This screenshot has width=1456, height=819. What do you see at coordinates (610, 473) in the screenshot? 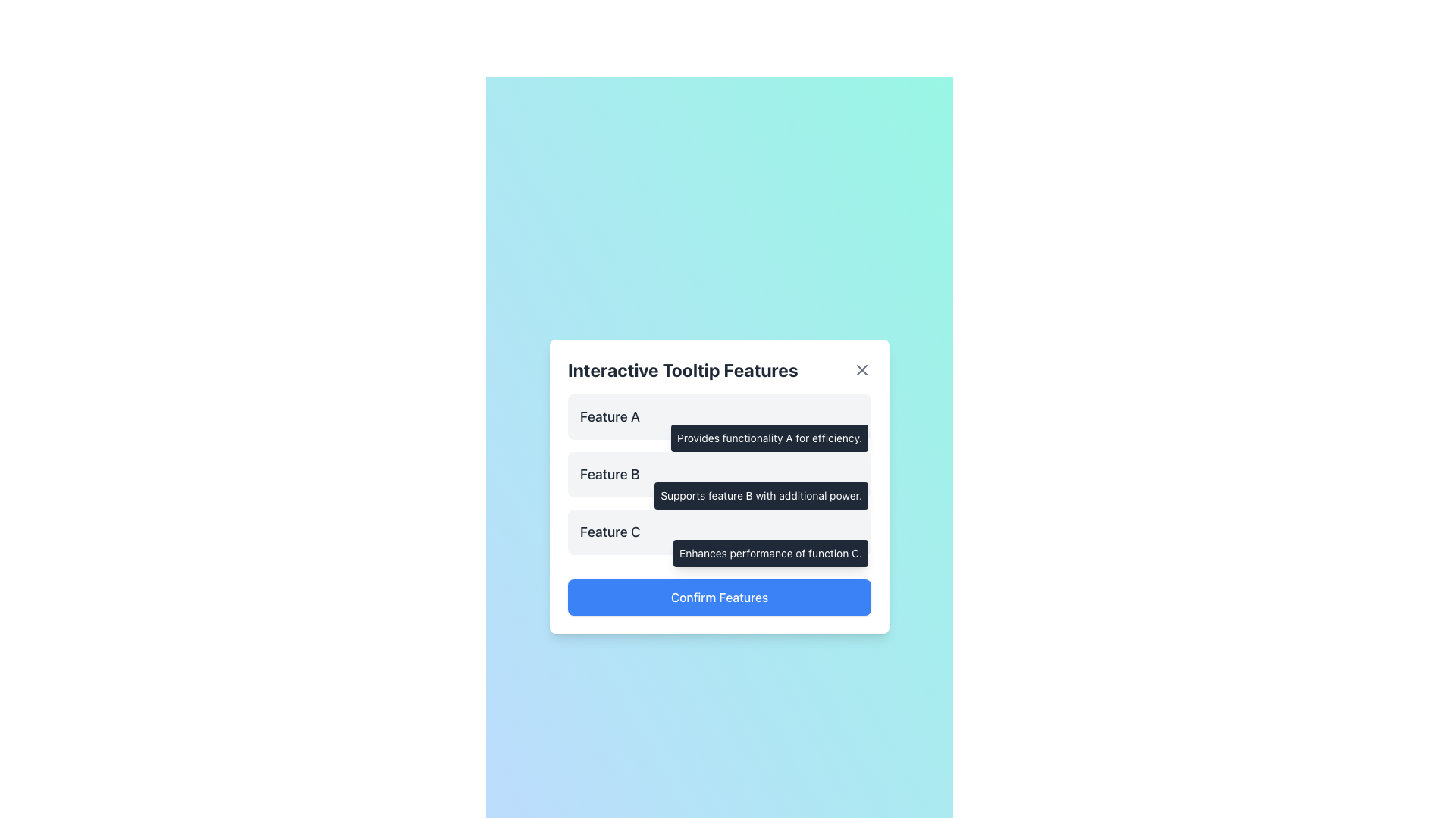
I see `the text label reading 'Feature B'` at bounding box center [610, 473].